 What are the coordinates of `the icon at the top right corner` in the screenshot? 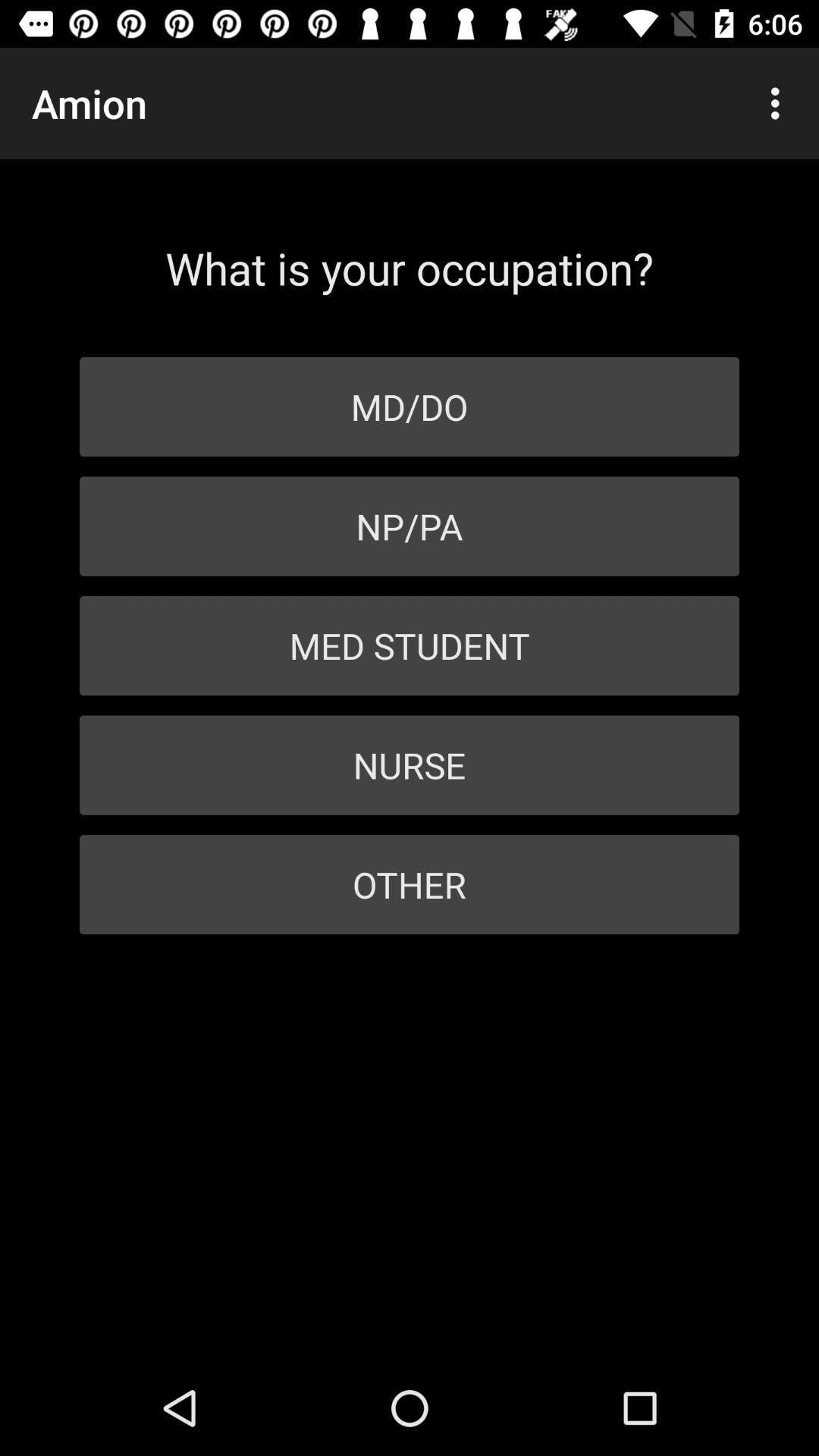 It's located at (779, 102).